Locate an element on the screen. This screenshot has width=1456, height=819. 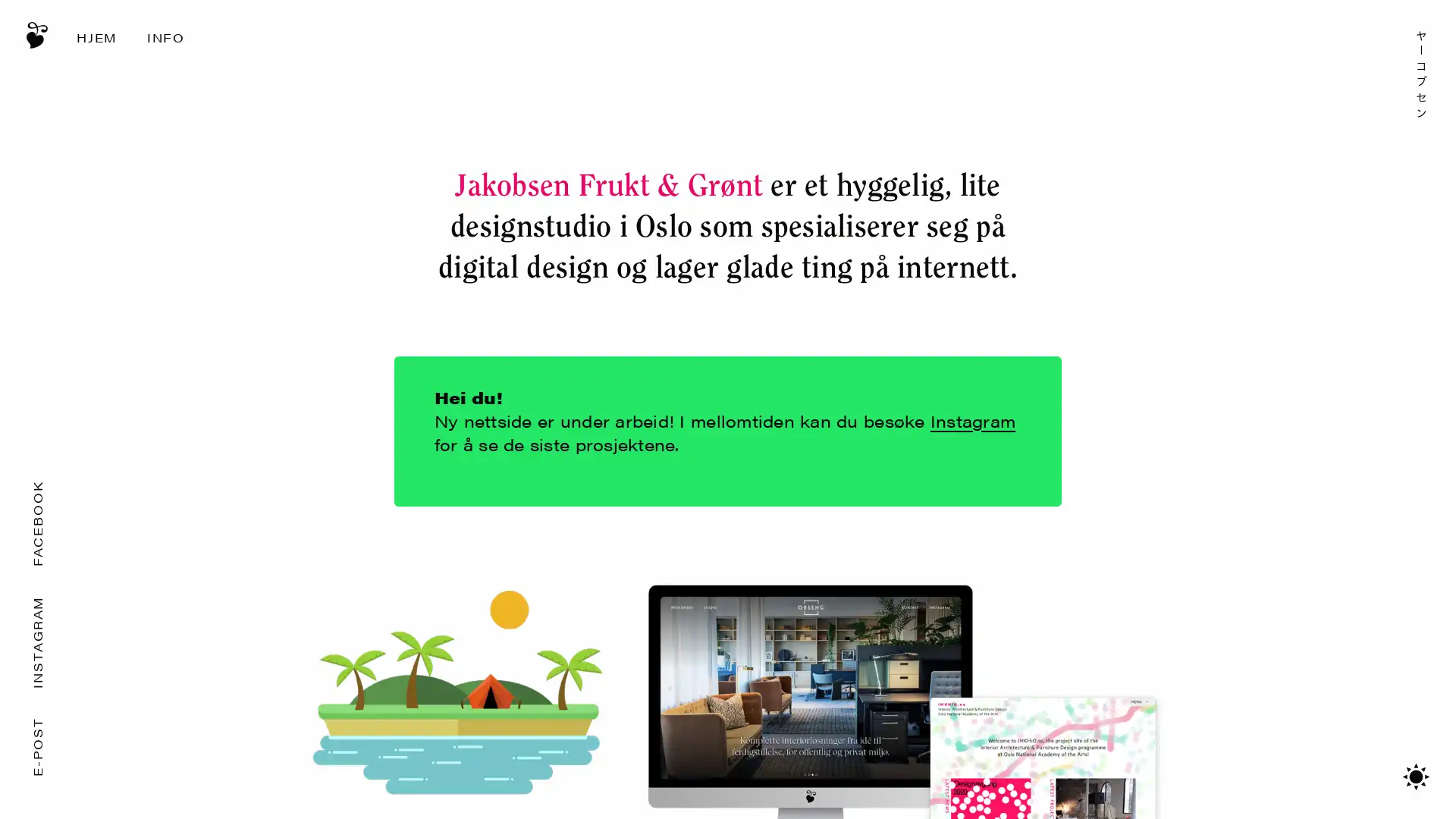
Bytt mellom mrkt/lyst tema is located at coordinates (1414, 777).